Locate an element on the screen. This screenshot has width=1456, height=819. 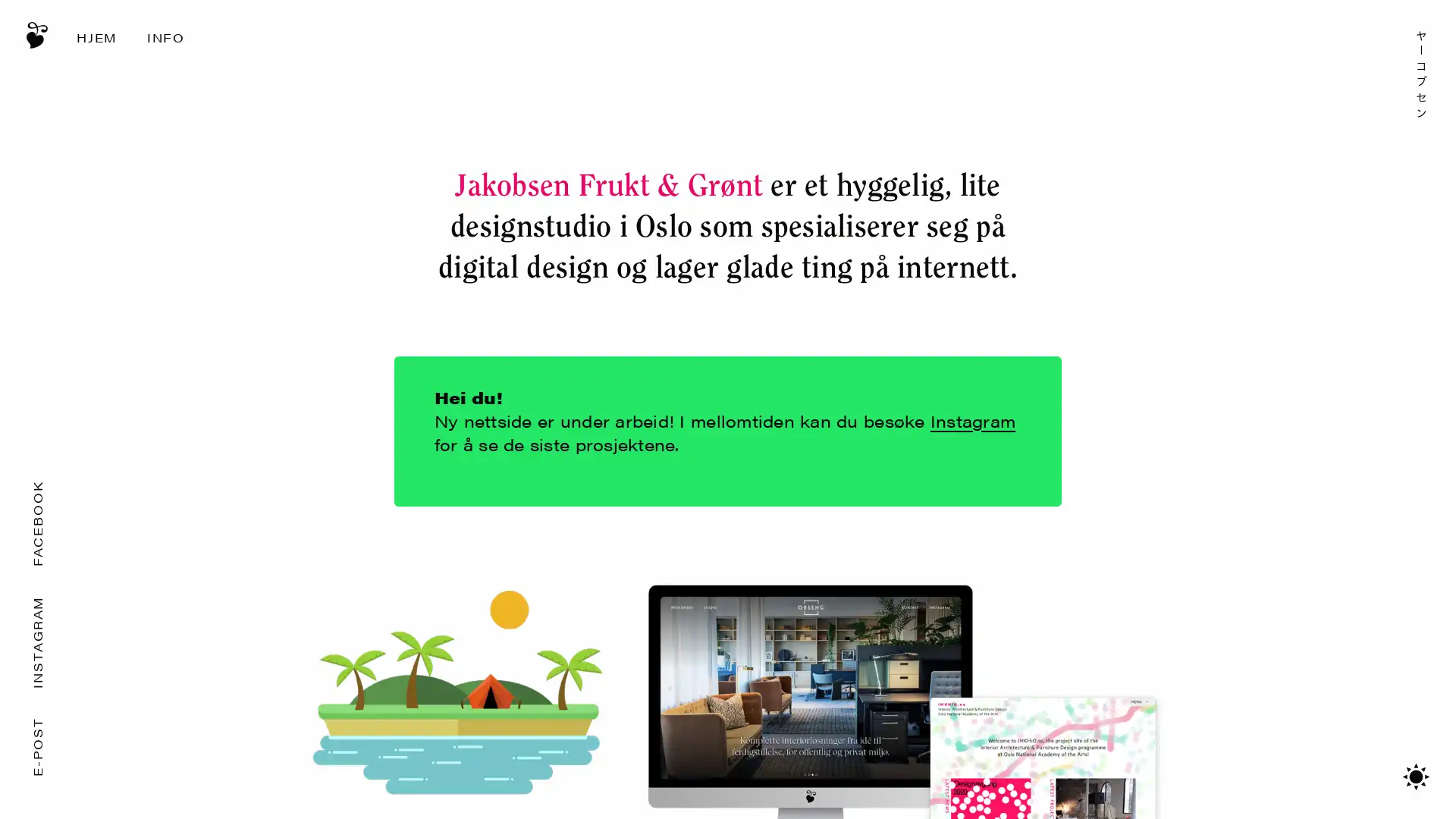
Bytt mellom mrkt/lyst tema is located at coordinates (1414, 777).